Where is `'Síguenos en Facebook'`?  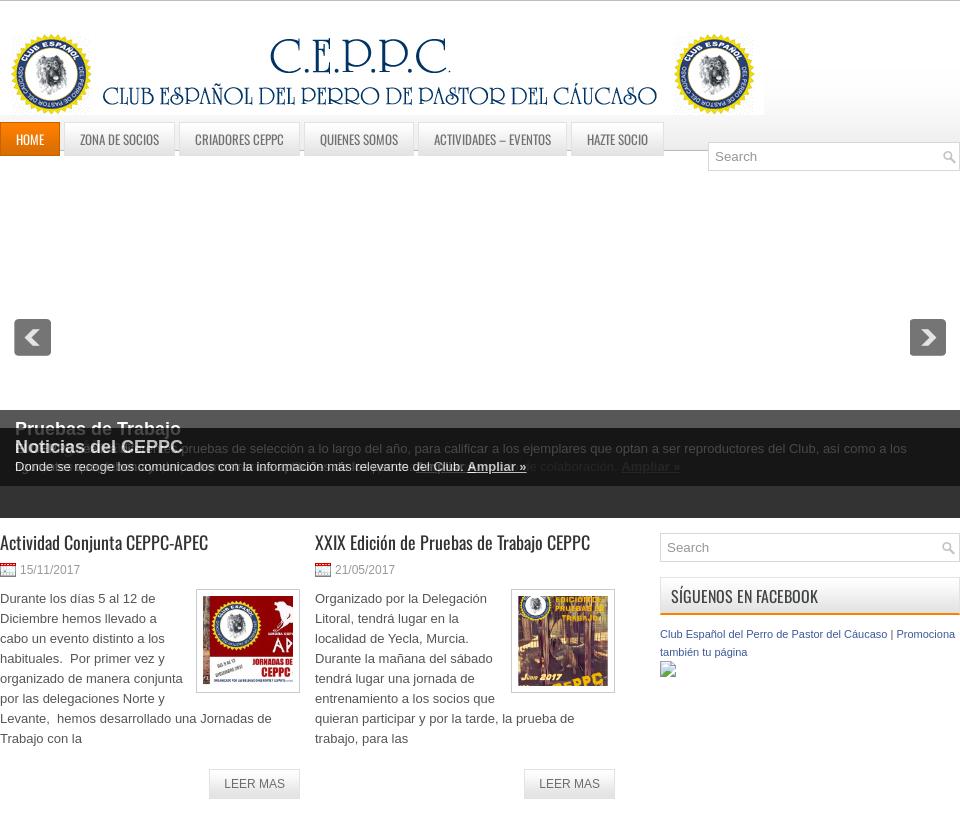
'Síguenos en Facebook' is located at coordinates (743, 594).